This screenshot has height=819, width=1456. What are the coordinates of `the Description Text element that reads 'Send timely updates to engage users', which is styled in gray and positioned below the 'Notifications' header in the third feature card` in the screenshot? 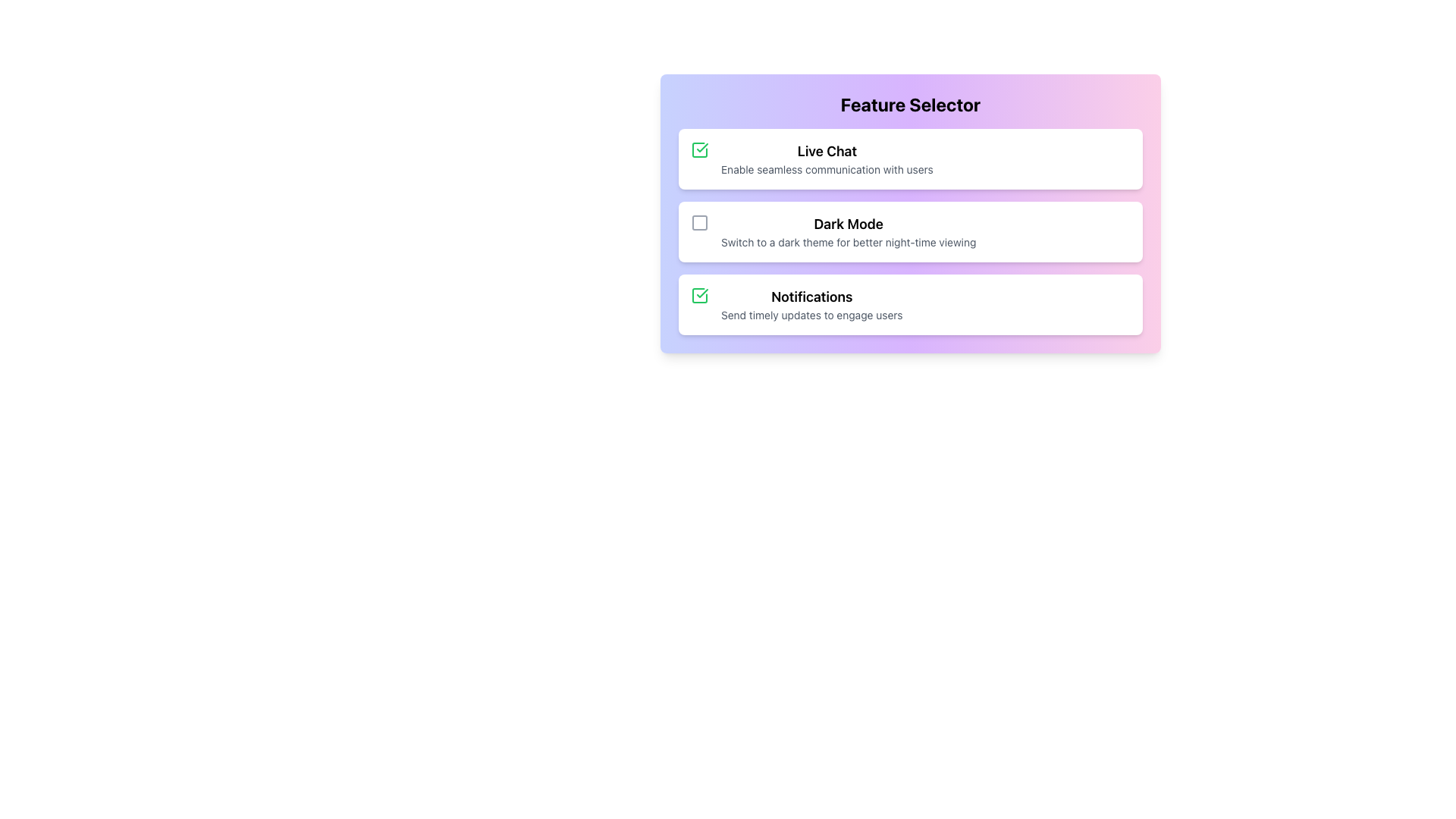 It's located at (811, 315).